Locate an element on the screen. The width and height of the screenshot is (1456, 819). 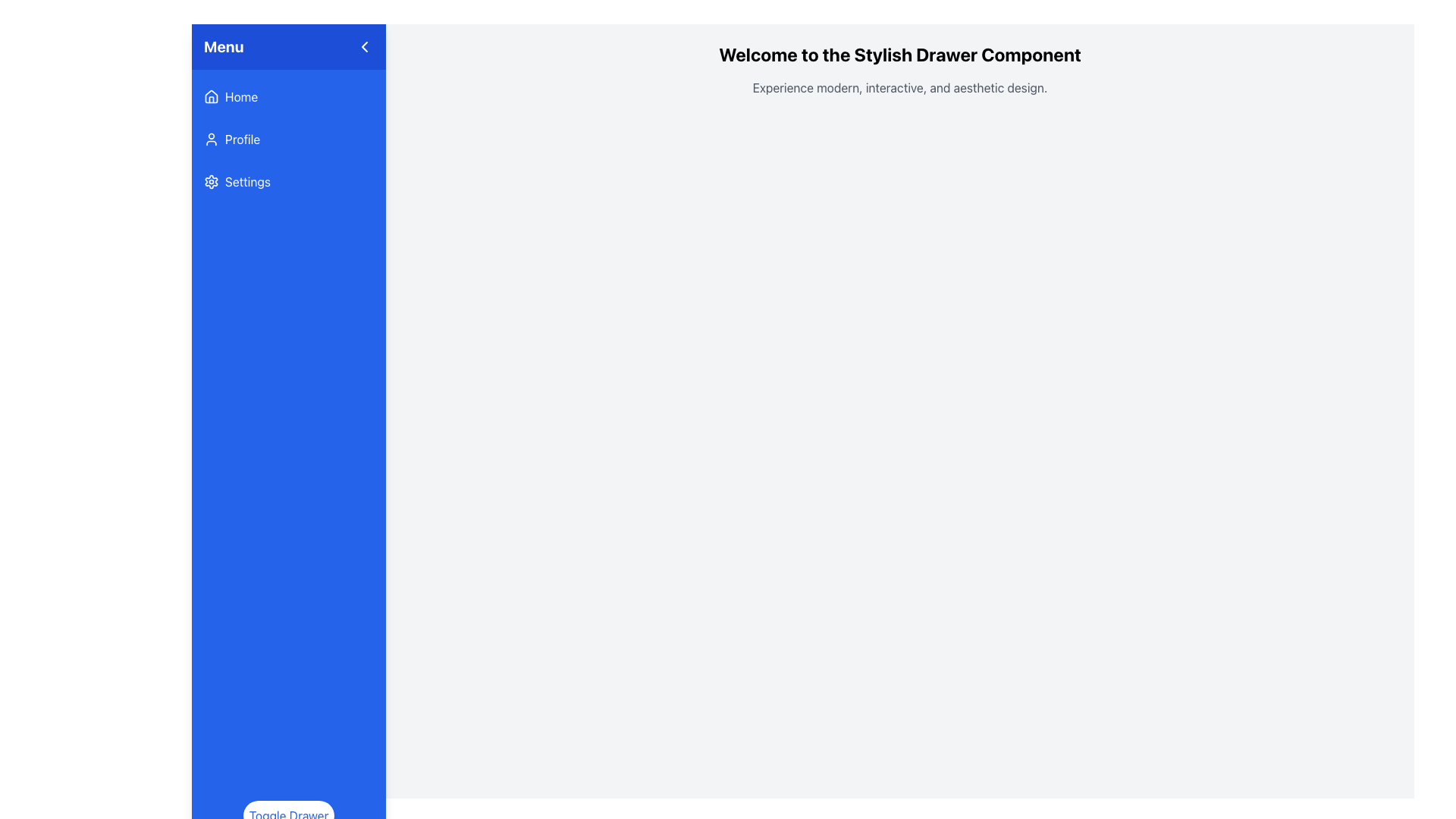
the house icon in the Menu sidebar is located at coordinates (210, 96).